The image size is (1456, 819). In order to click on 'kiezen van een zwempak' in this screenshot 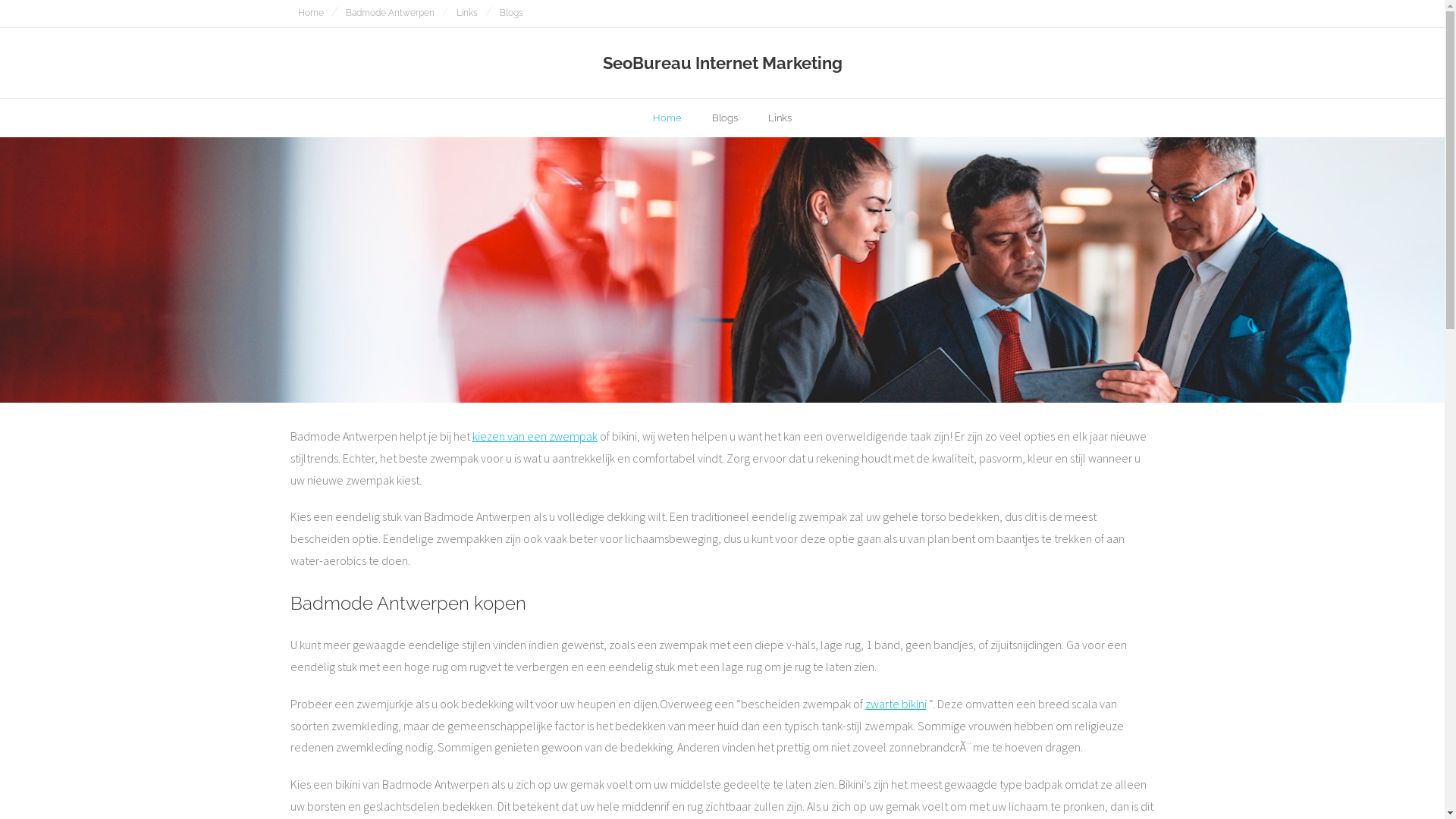, I will do `click(534, 435)`.